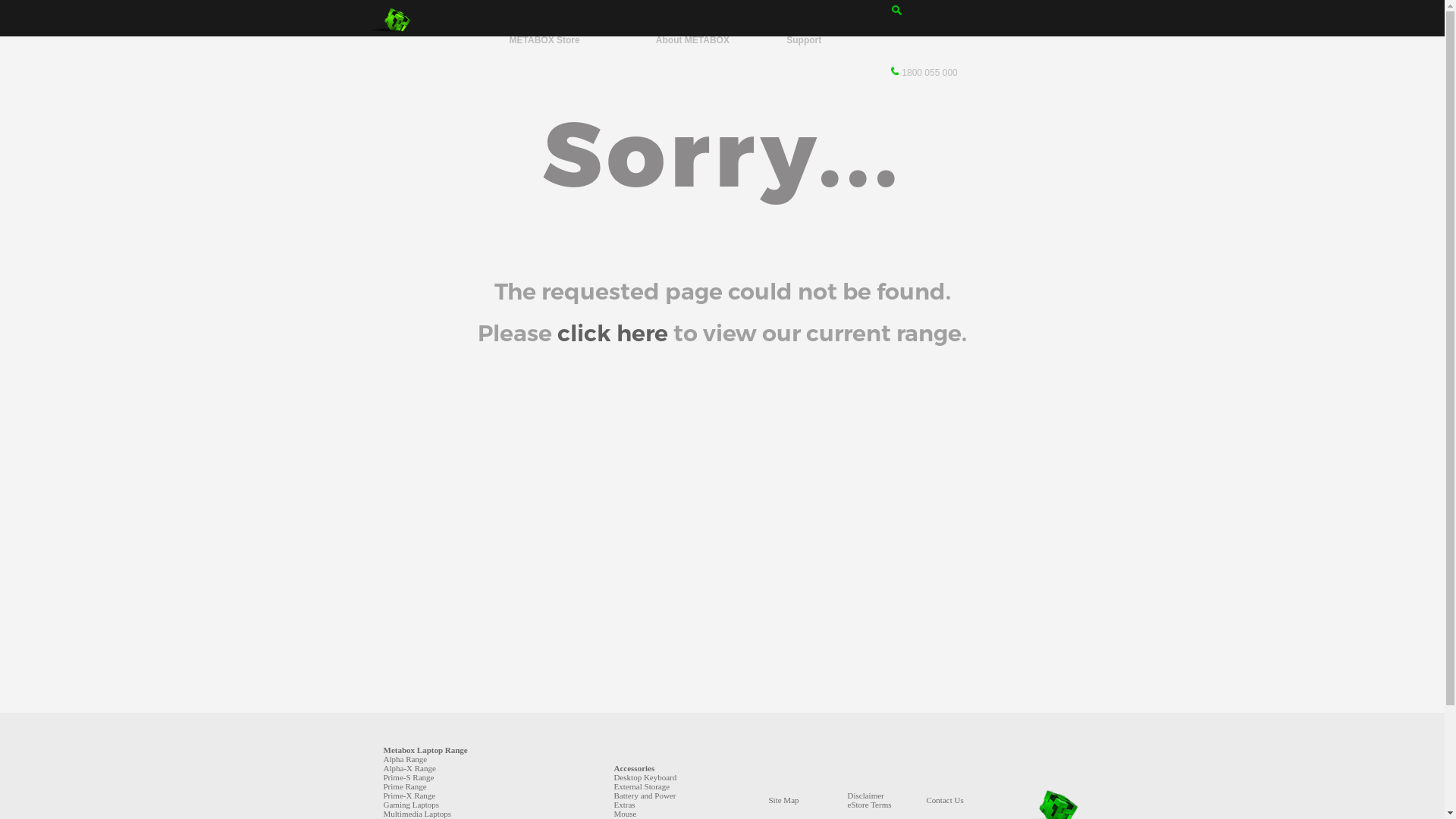  Describe the element at coordinates (425, 748) in the screenshot. I see `'Metabox Laptop Range'` at that location.